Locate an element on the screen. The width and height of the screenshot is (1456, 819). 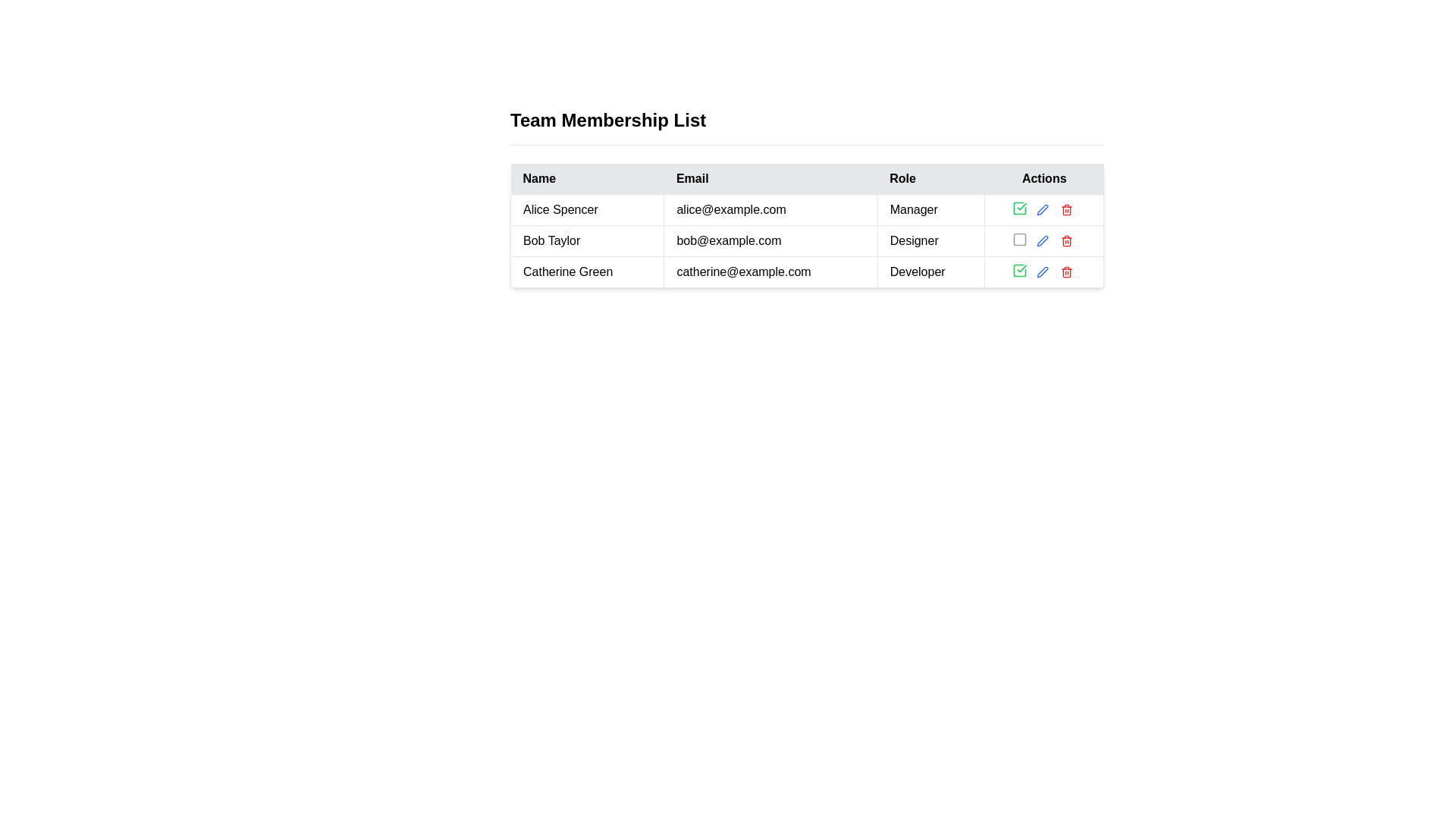
the green checkmark icon in the 'Actions' column for 'Catherine Green - Developer' to mark as completed or approved is located at coordinates (1043, 271).